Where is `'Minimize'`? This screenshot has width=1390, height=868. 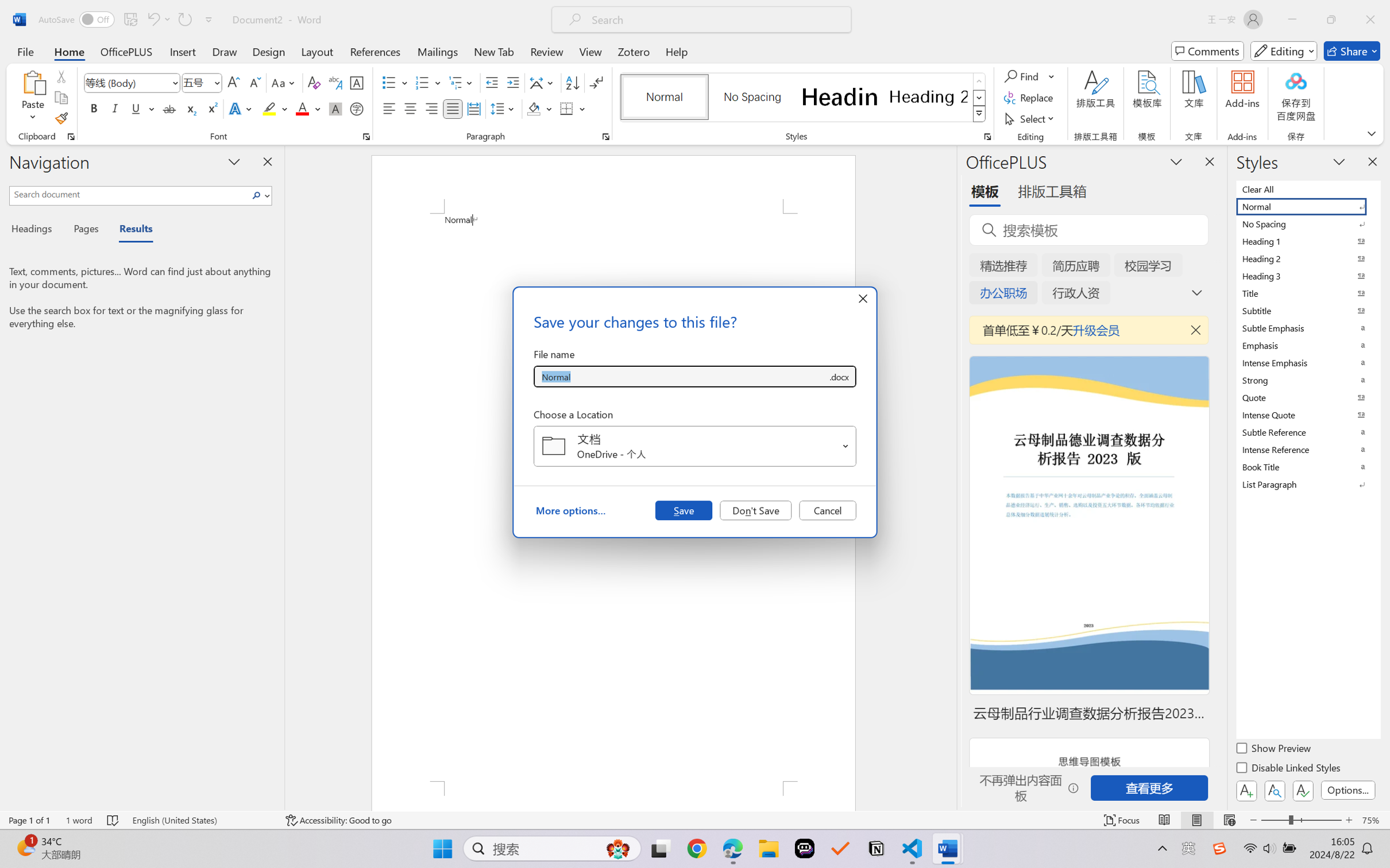
'Minimize' is located at coordinates (1292, 19).